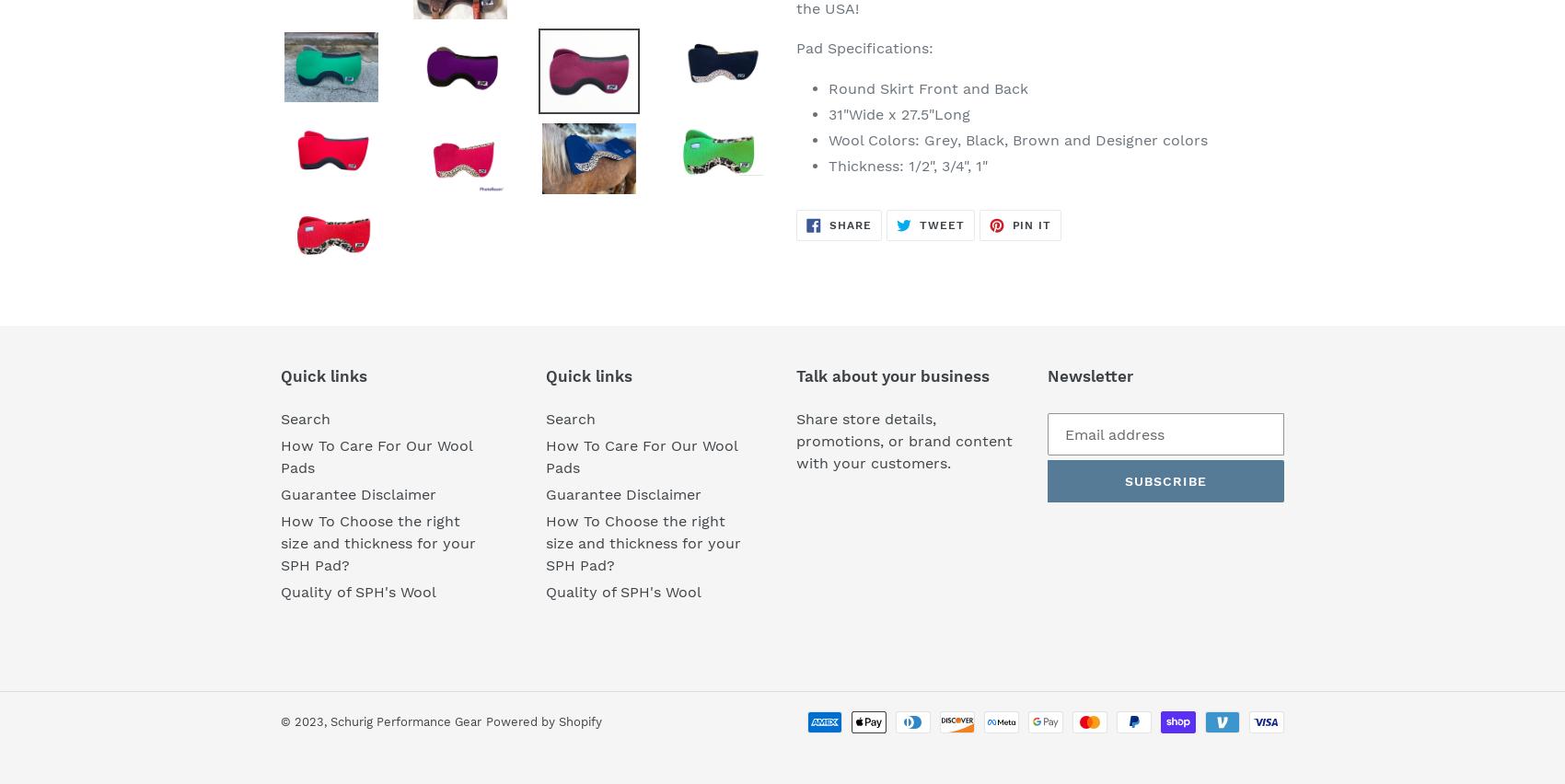  I want to click on '© 2023,', so click(305, 721).